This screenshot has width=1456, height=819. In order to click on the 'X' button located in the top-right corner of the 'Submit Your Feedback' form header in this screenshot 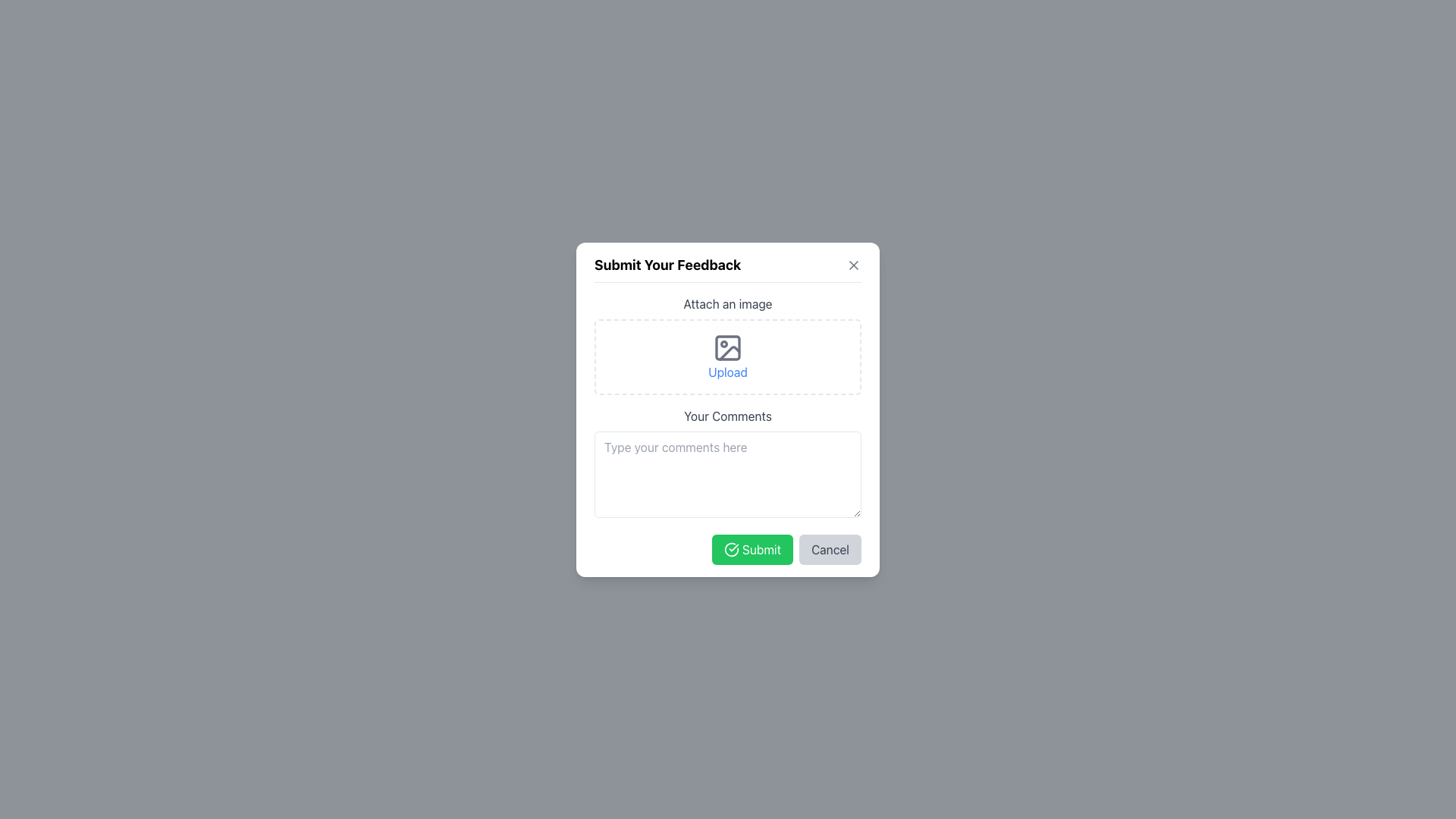, I will do `click(854, 264)`.